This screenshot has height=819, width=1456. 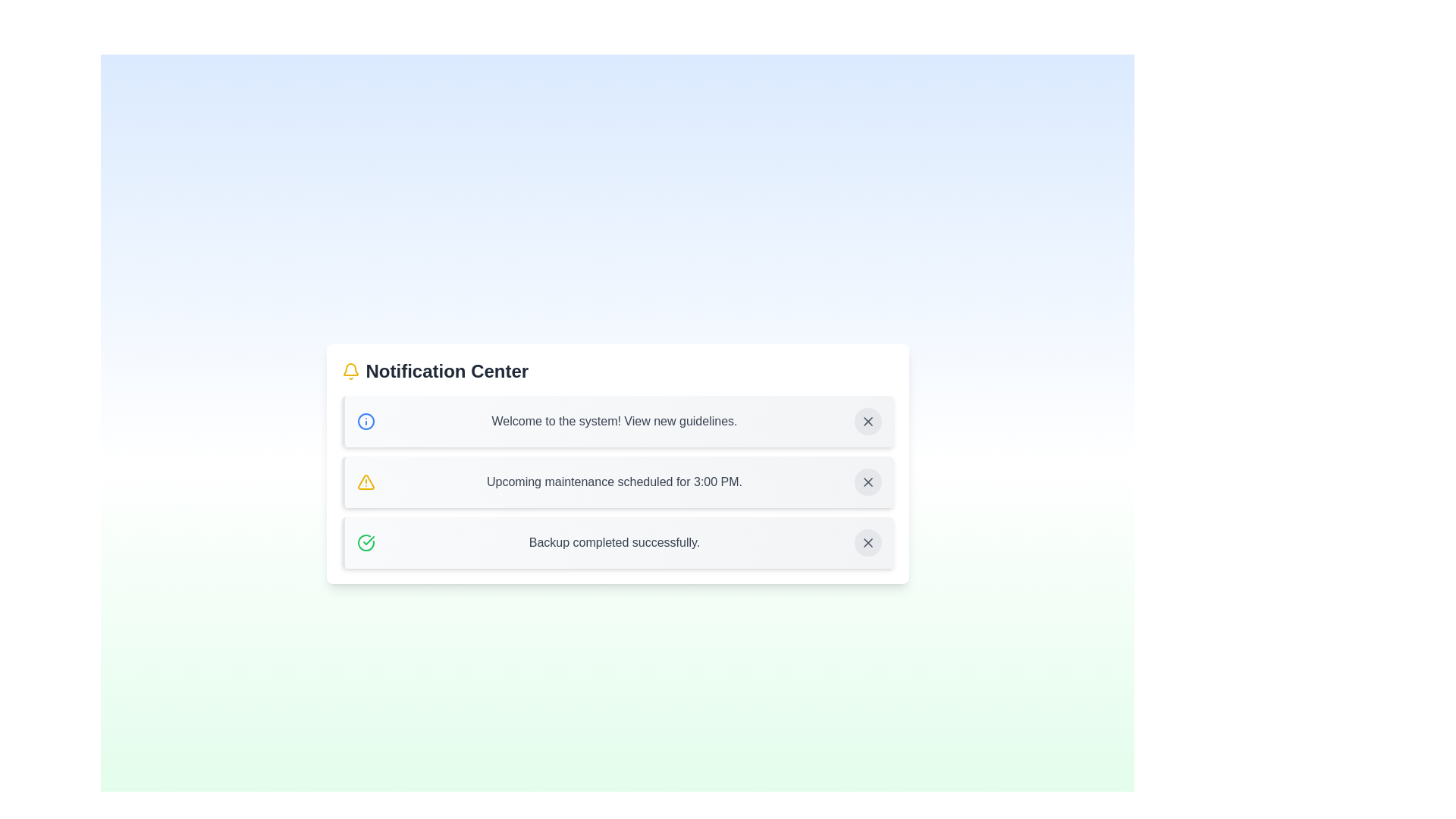 I want to click on the circular button with a light gray background and a darker gray 'X' icon, located next to the notification message stating 'Backup completed successfully.', so click(x=868, y=542).